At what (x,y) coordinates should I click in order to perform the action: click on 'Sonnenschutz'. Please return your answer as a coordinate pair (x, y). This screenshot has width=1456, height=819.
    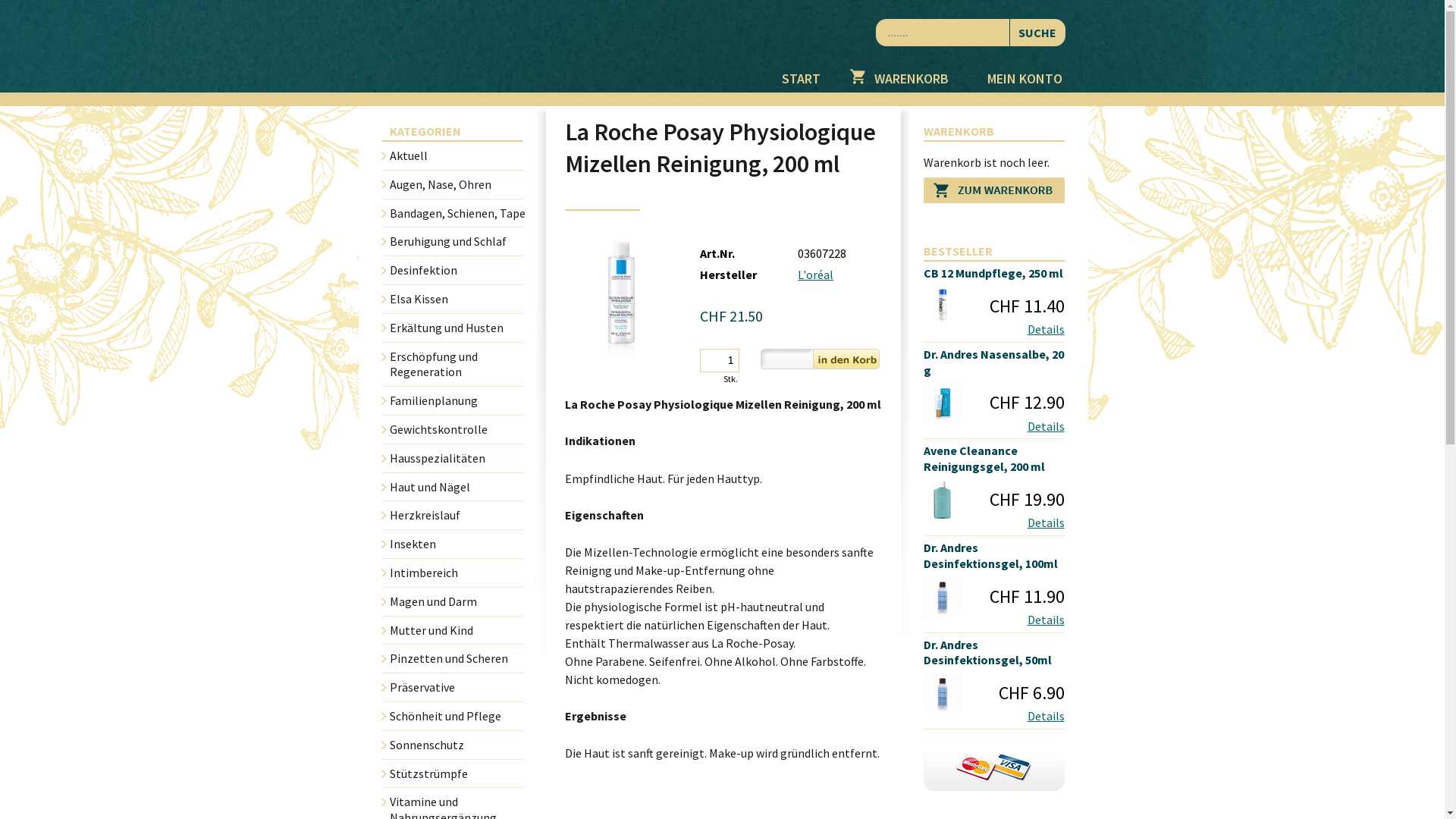
    Looking at the image, I should click on (455, 744).